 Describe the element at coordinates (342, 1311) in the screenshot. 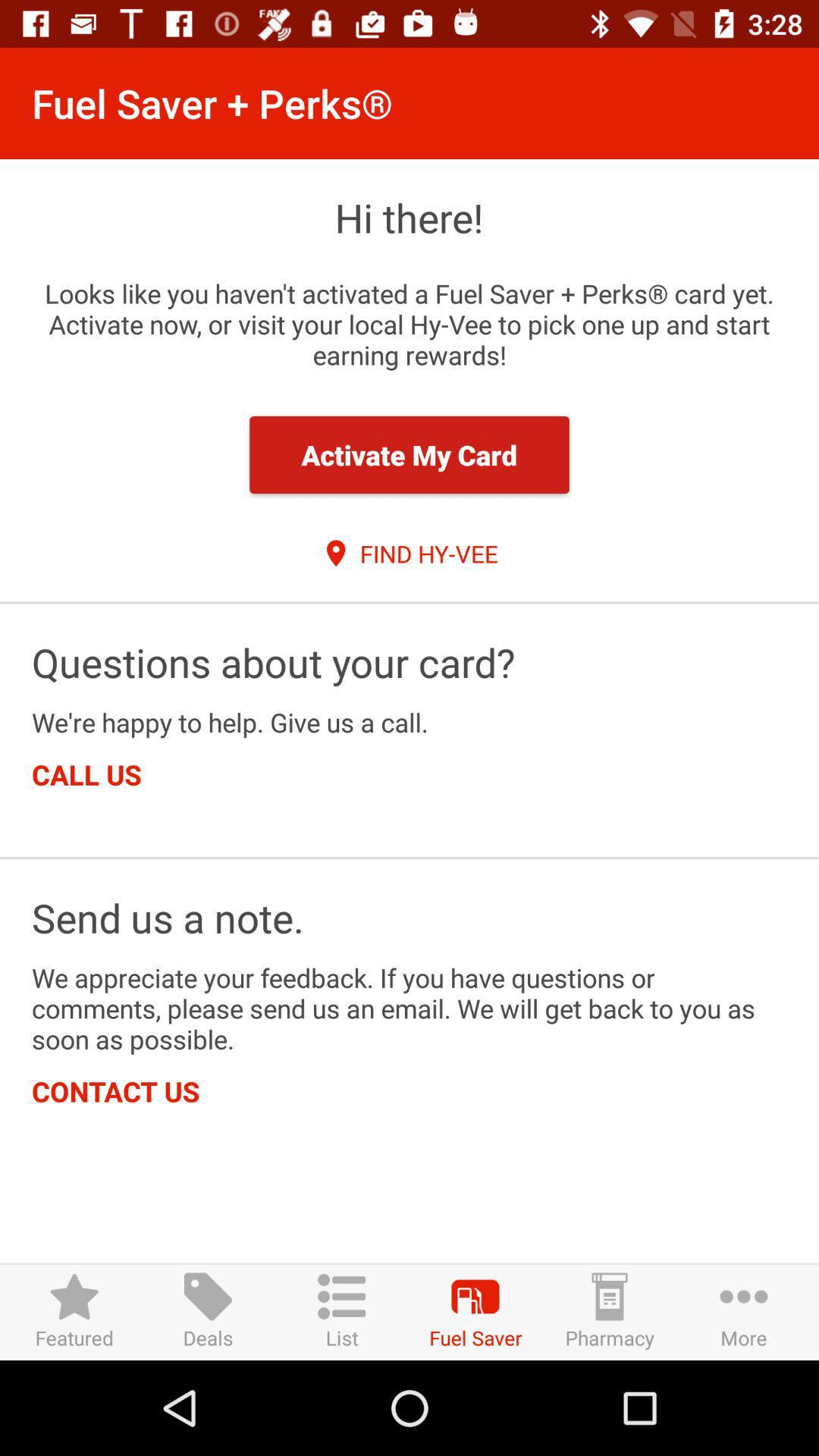

I see `the list item` at that location.